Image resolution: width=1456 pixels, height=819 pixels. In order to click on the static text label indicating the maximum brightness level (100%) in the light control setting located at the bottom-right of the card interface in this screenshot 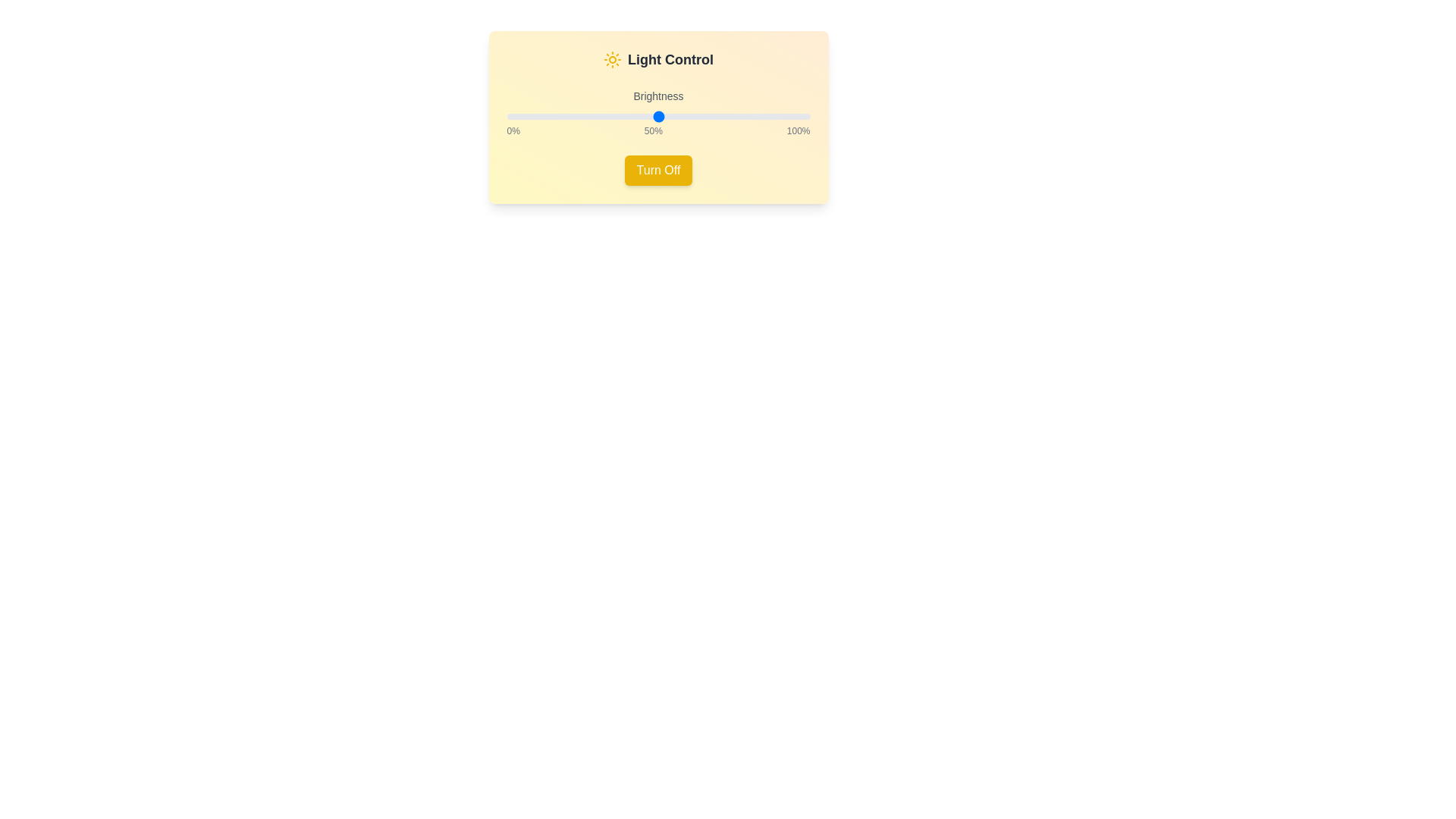, I will do `click(798, 130)`.